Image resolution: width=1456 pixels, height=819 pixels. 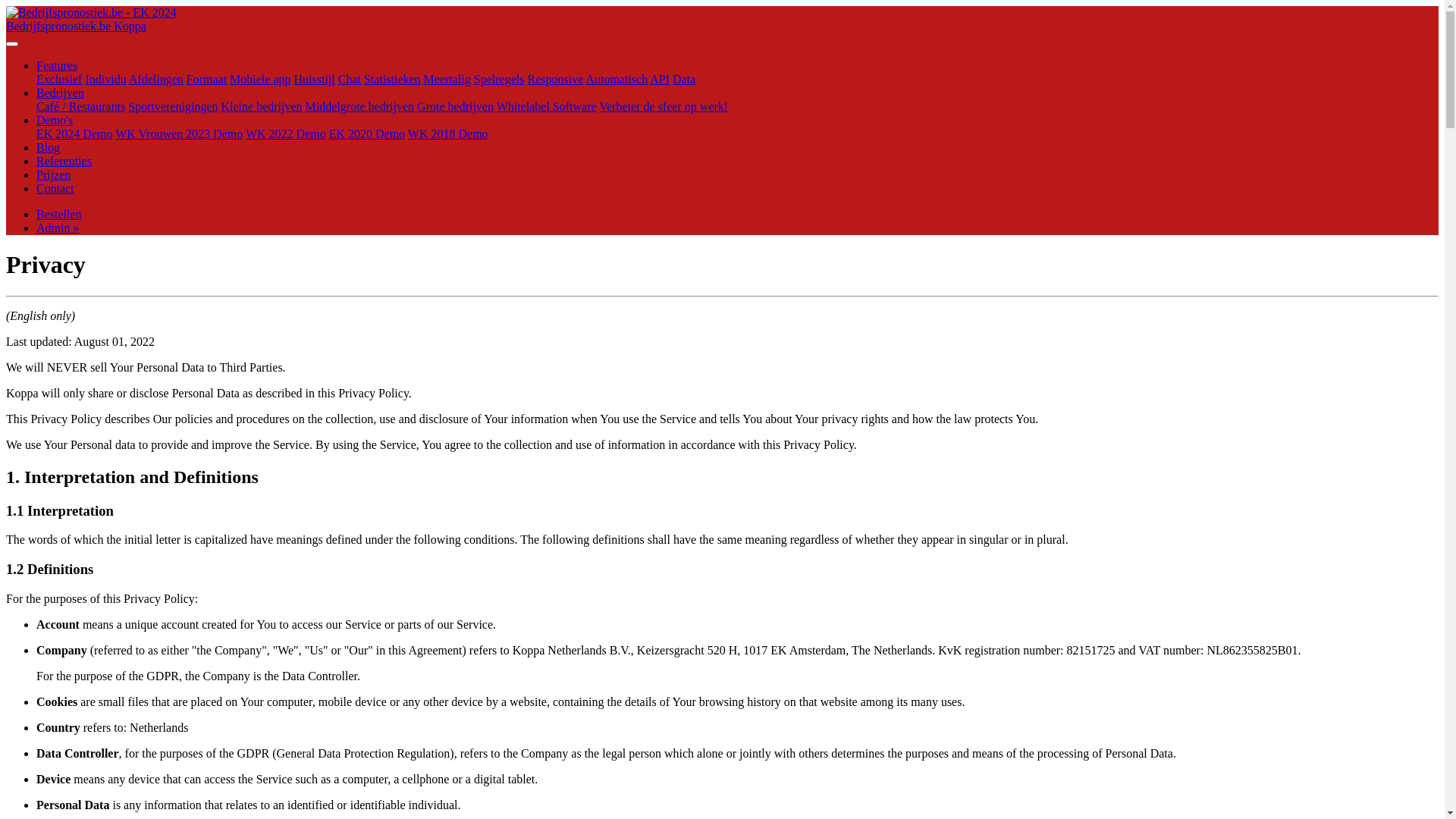 I want to click on 'Bedrijven', so click(x=60, y=93).